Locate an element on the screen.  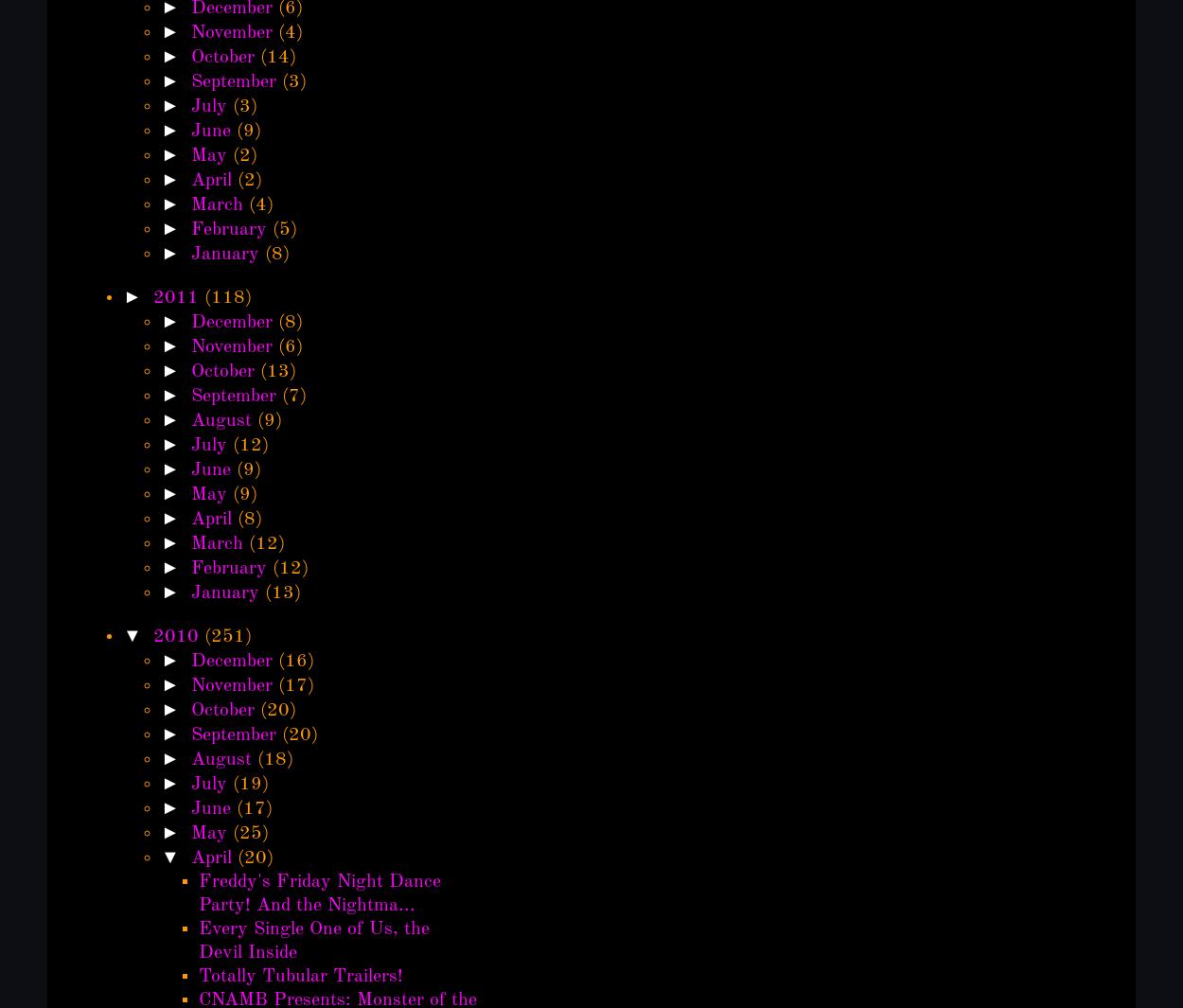
'(7)' is located at coordinates (293, 395).